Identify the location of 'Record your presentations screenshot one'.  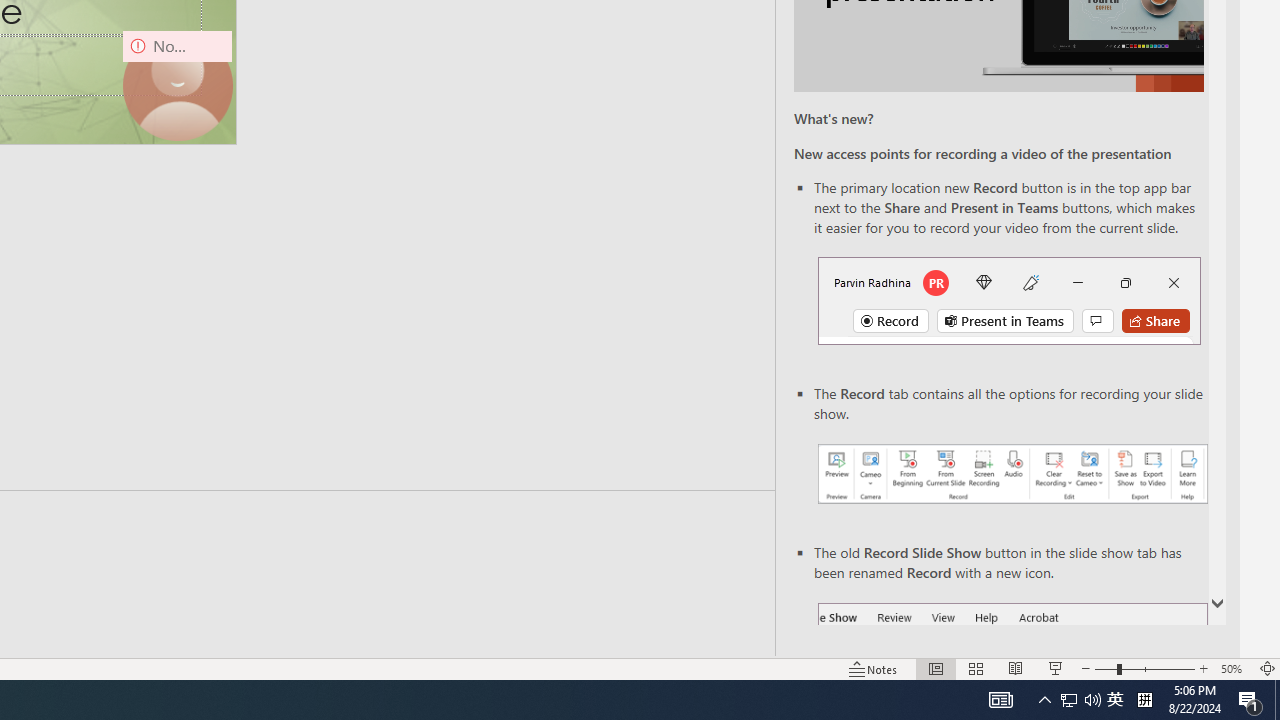
(1013, 474).